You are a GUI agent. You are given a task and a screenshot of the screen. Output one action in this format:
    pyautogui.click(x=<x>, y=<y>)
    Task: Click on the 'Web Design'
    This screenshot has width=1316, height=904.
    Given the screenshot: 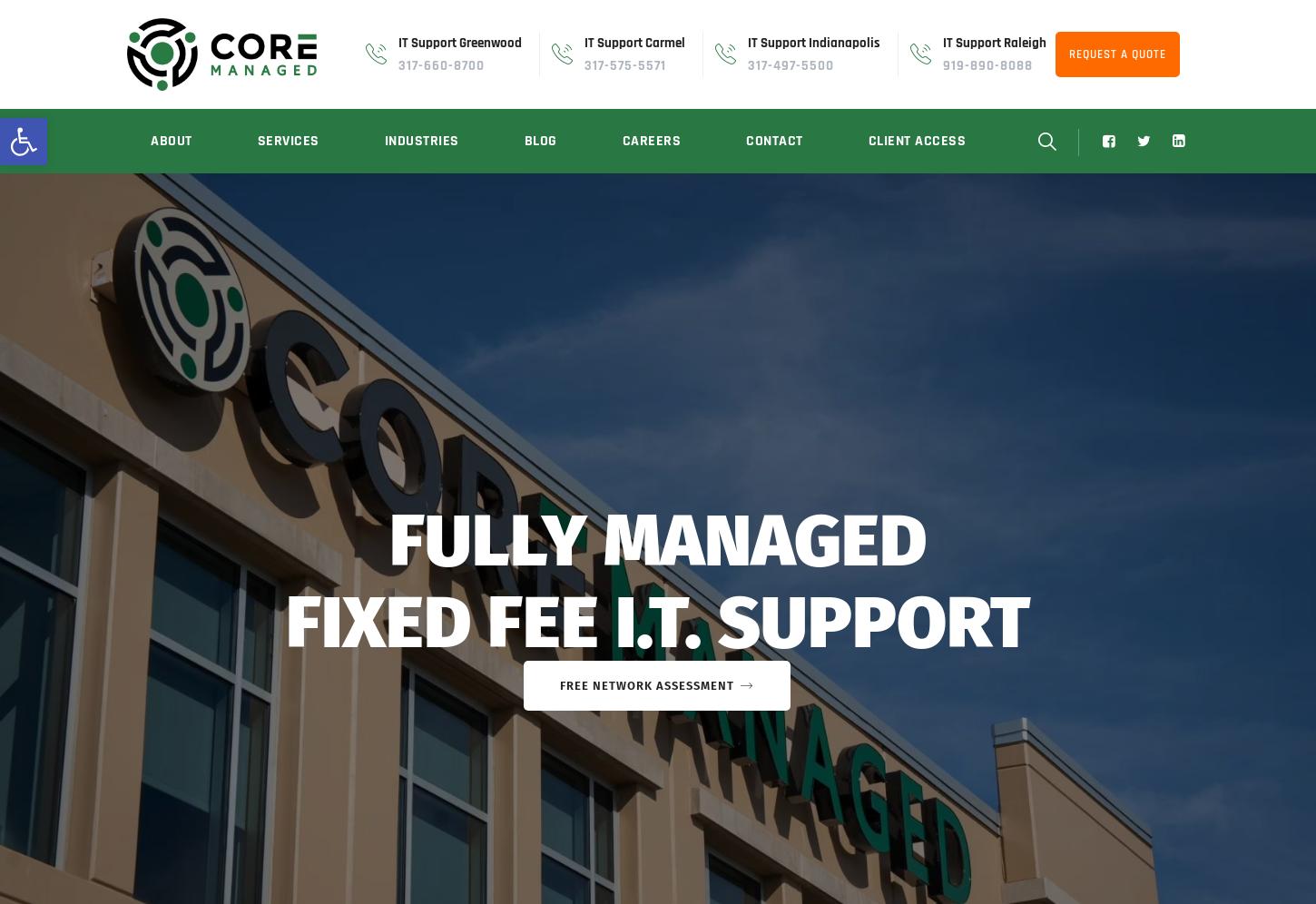 What is the action you would take?
    pyautogui.click(x=281, y=594)
    